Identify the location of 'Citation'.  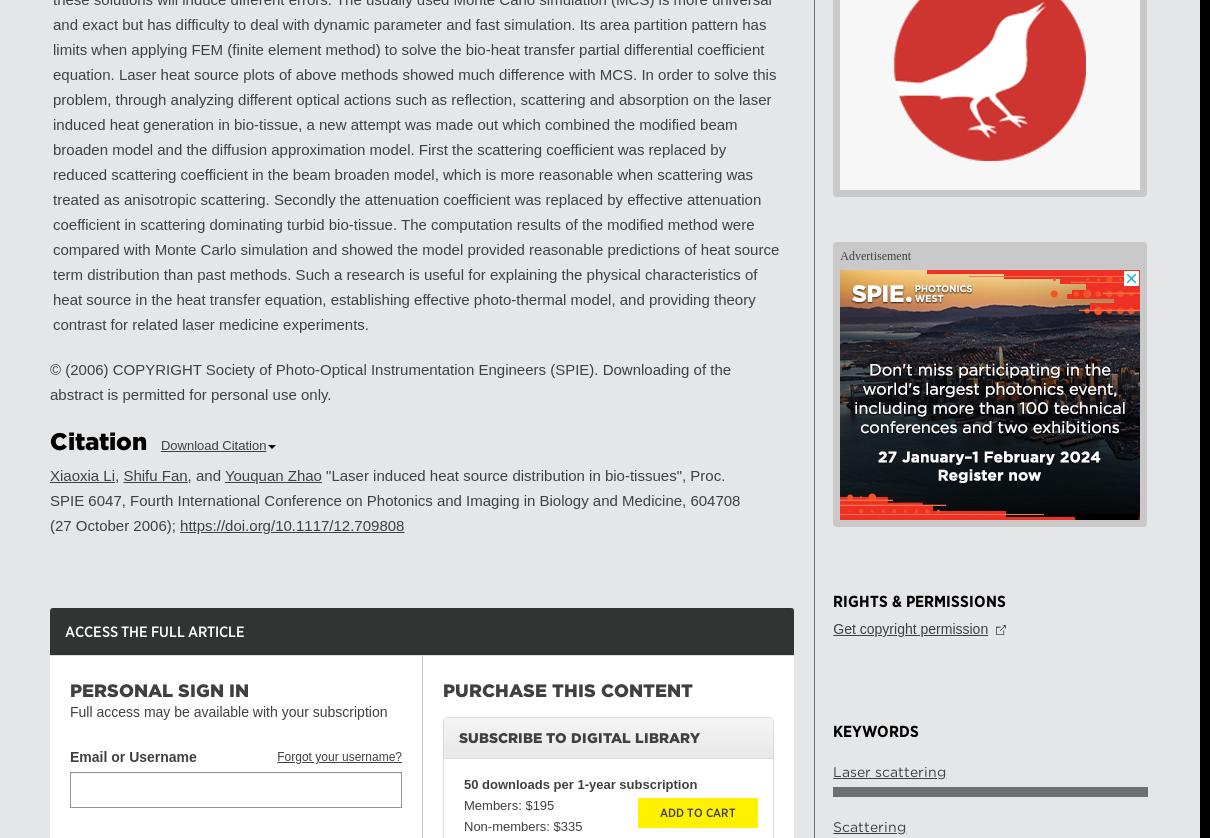
(48, 441).